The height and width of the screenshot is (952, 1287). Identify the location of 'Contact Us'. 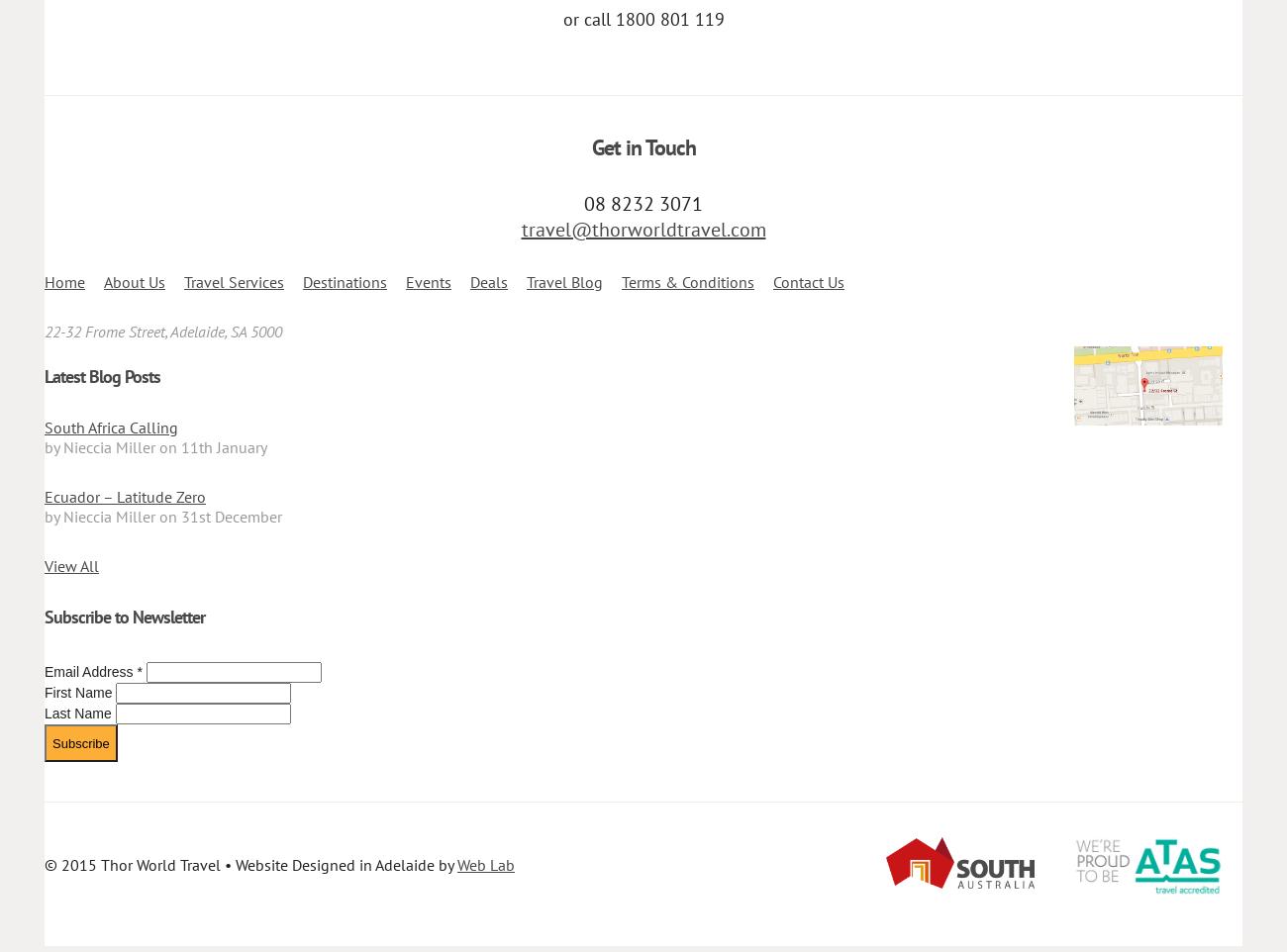
(809, 282).